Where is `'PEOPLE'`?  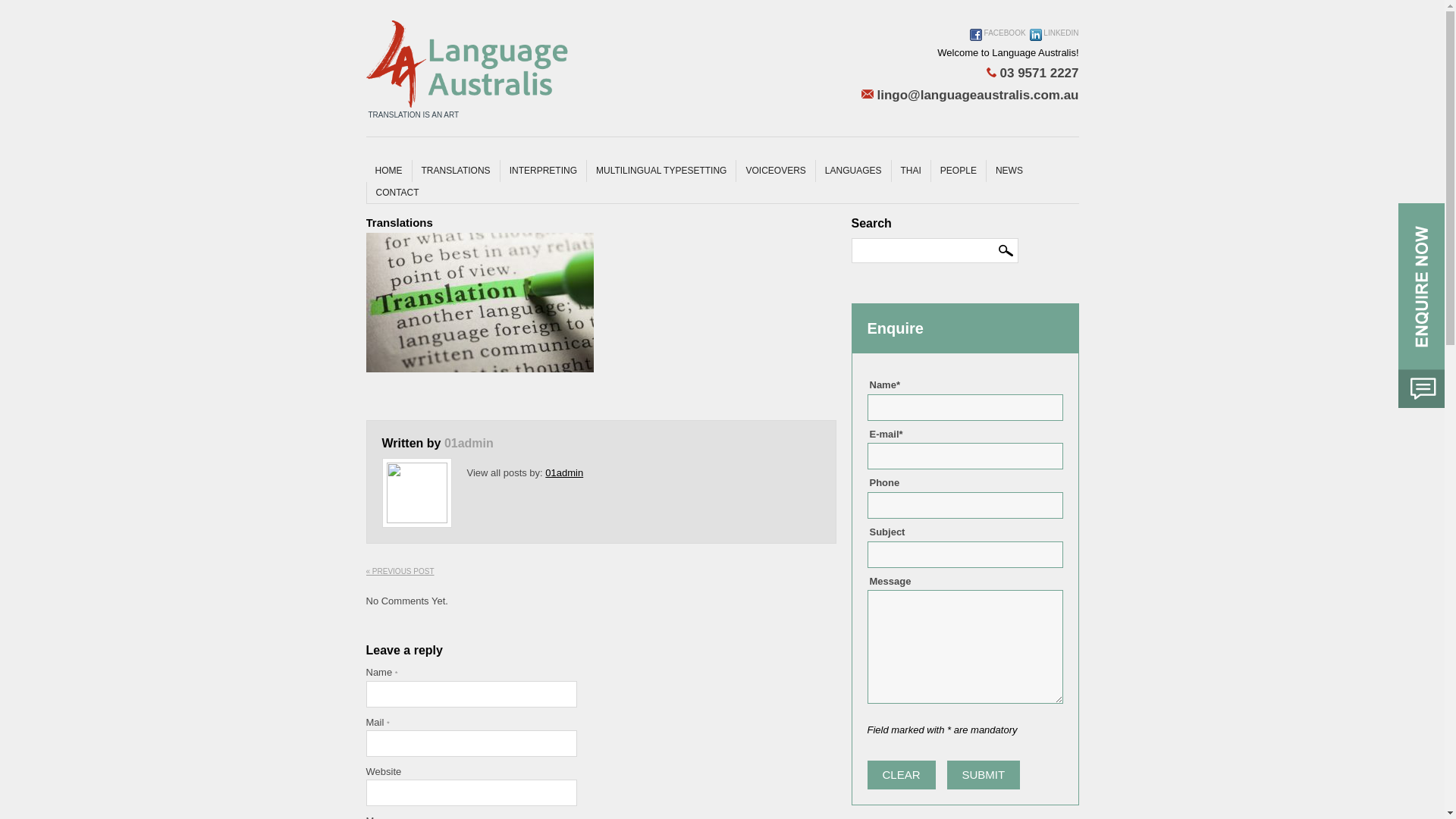
'PEOPLE' is located at coordinates (930, 171).